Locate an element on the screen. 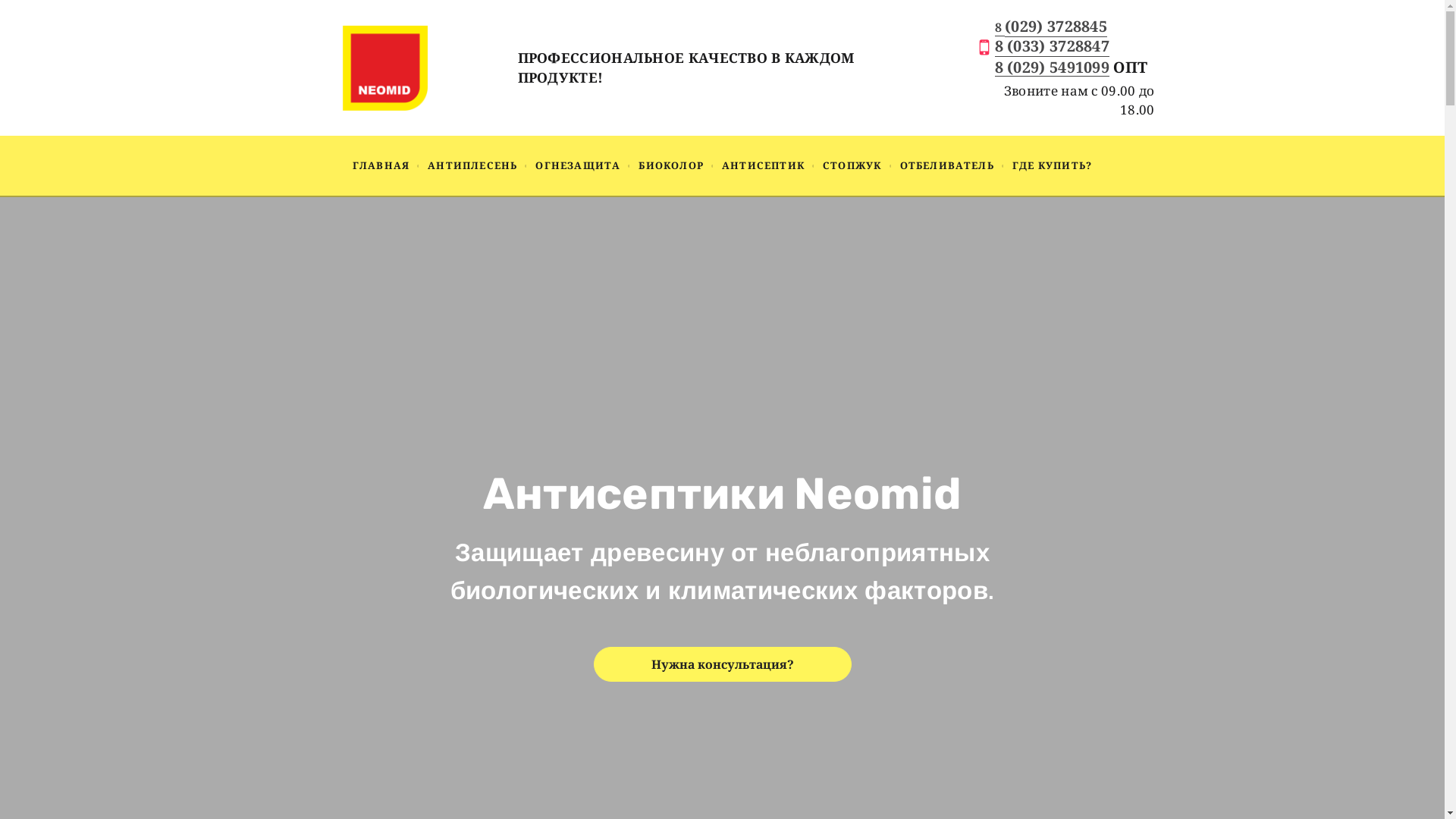 This screenshot has width=1456, height=819. '(029) 3728845' is located at coordinates (1055, 26).